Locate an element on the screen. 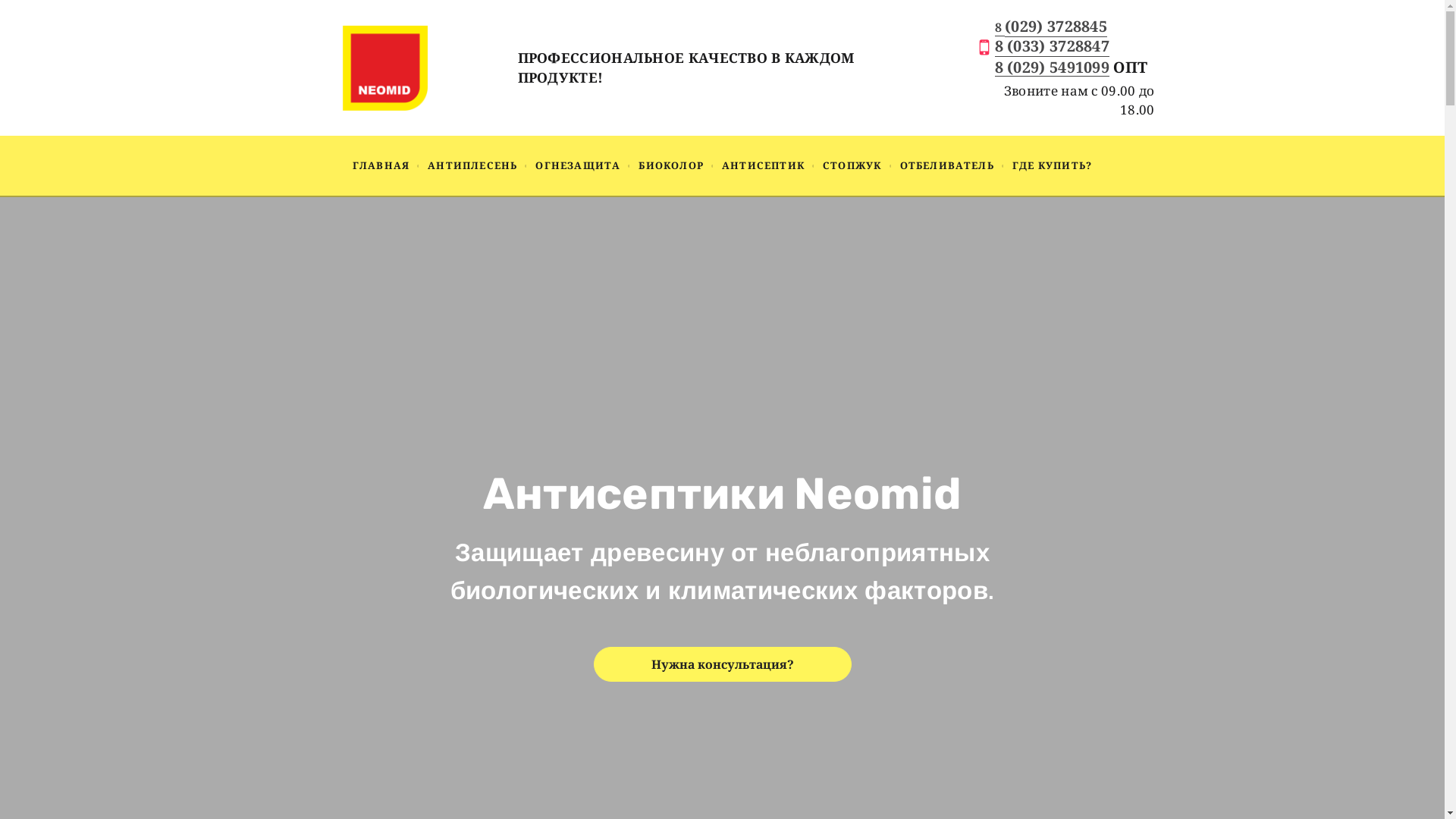 This screenshot has width=1456, height=819. '(029) 3728845' is located at coordinates (1055, 26).